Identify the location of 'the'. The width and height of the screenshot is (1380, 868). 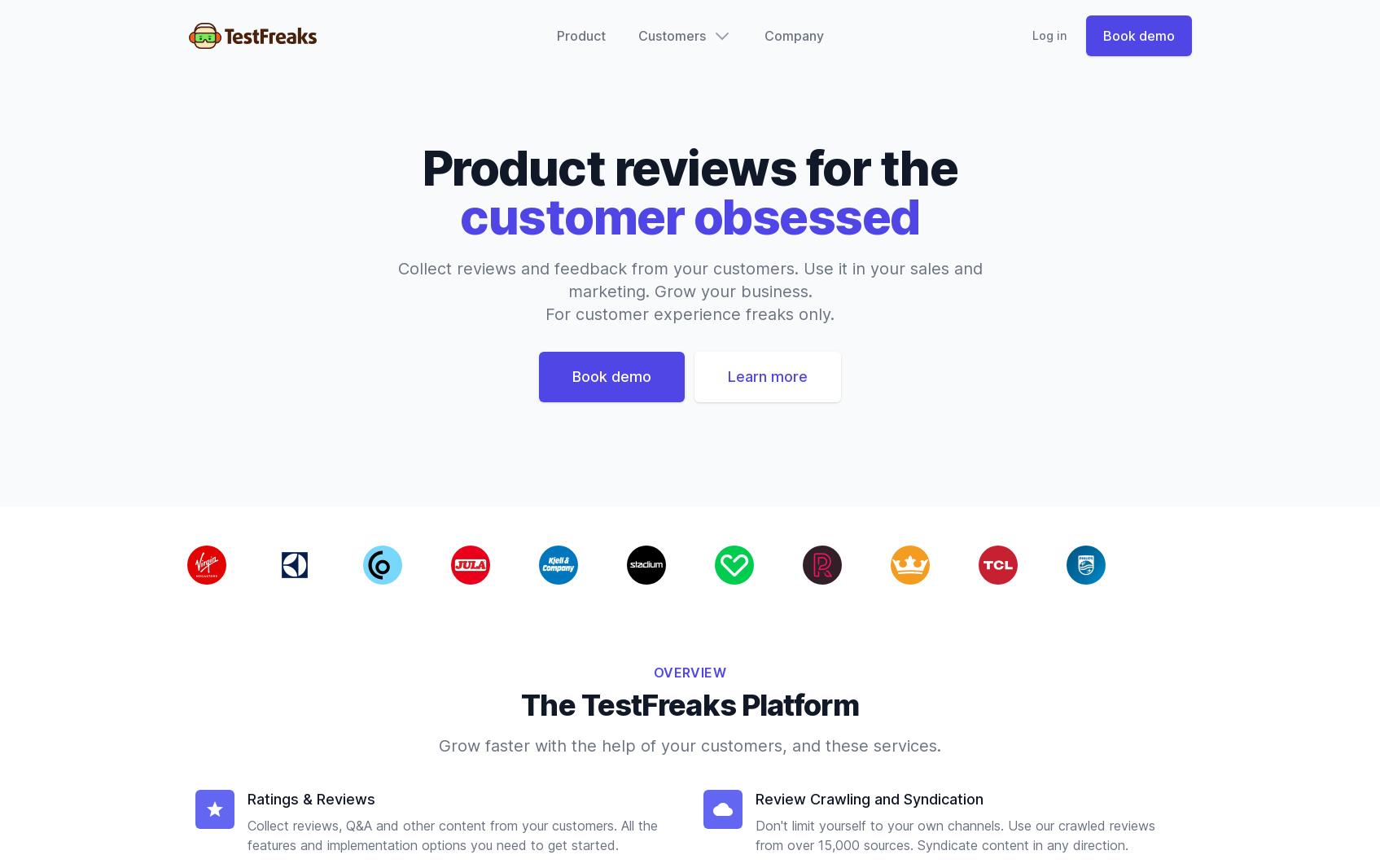
(918, 166).